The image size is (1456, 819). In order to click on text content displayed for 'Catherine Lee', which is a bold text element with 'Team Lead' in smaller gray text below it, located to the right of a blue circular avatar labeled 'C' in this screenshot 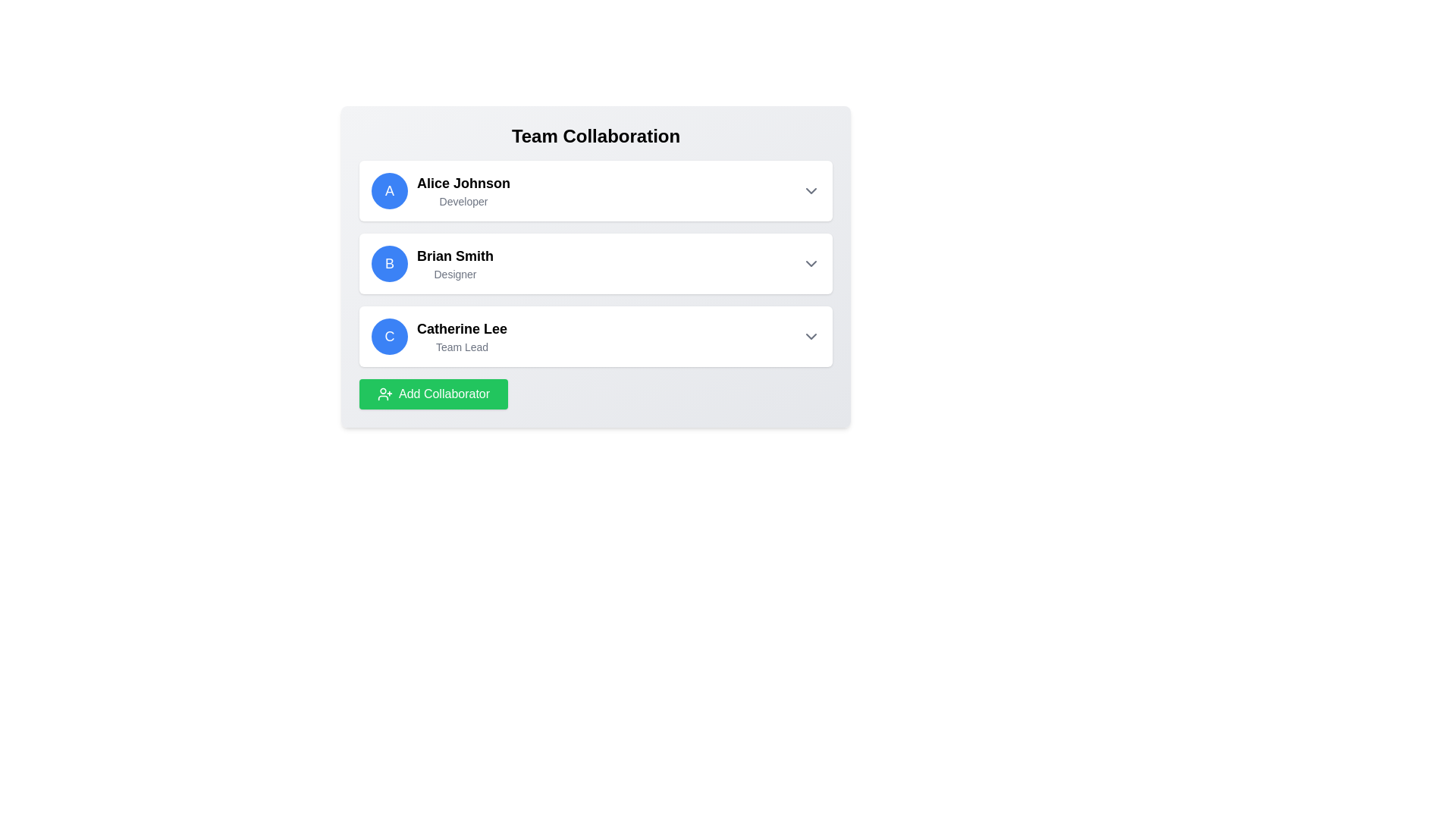, I will do `click(461, 335)`.